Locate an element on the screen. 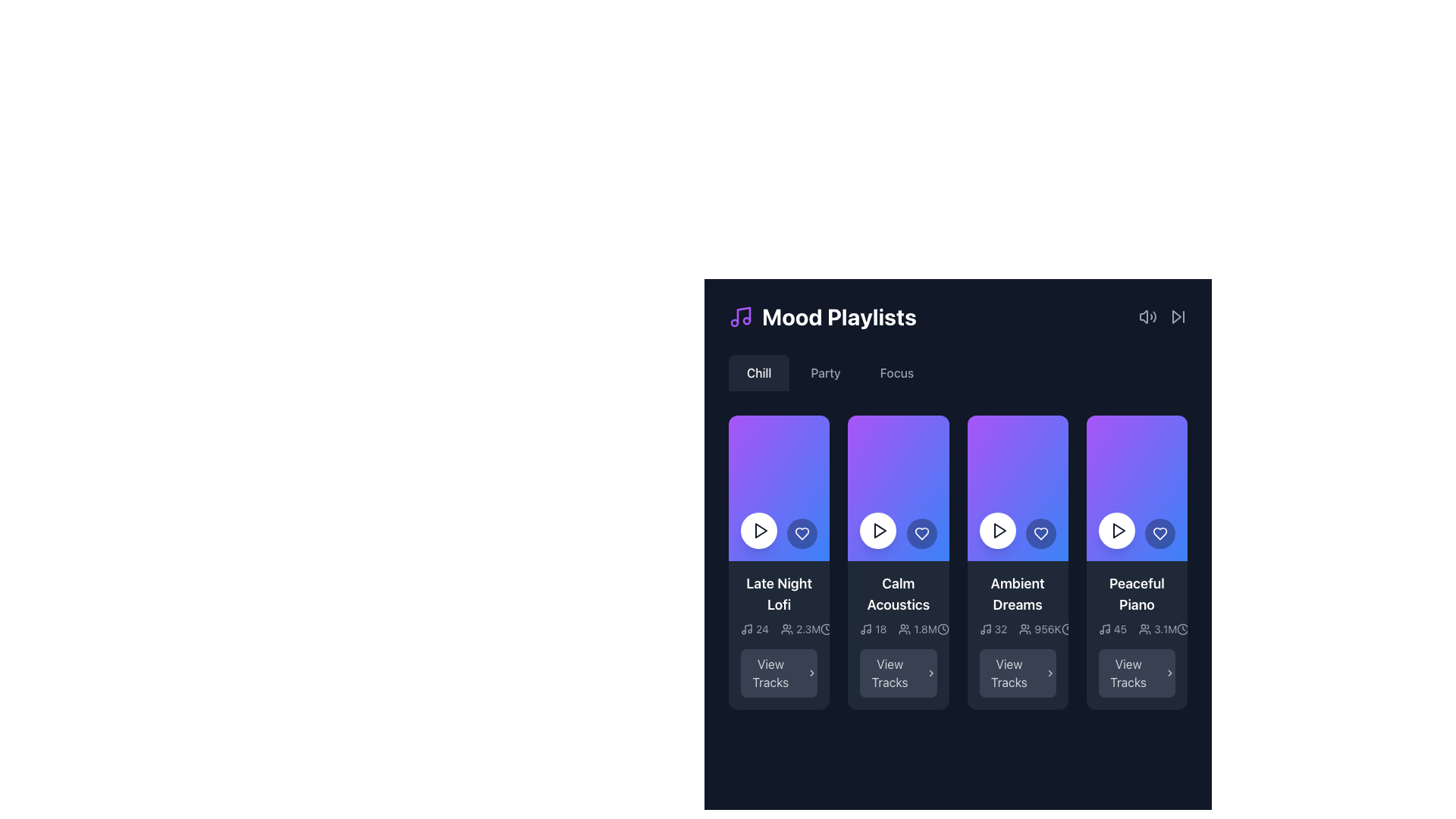 This screenshot has height=819, width=1456. the interactive icon located to the right of the 'View Tracks' text within the 'View Tracks' button on the 'Peaceful Piano' card in the 'Mood Playlists' interface to trigger any visual or interactive effects is located at coordinates (1169, 672).